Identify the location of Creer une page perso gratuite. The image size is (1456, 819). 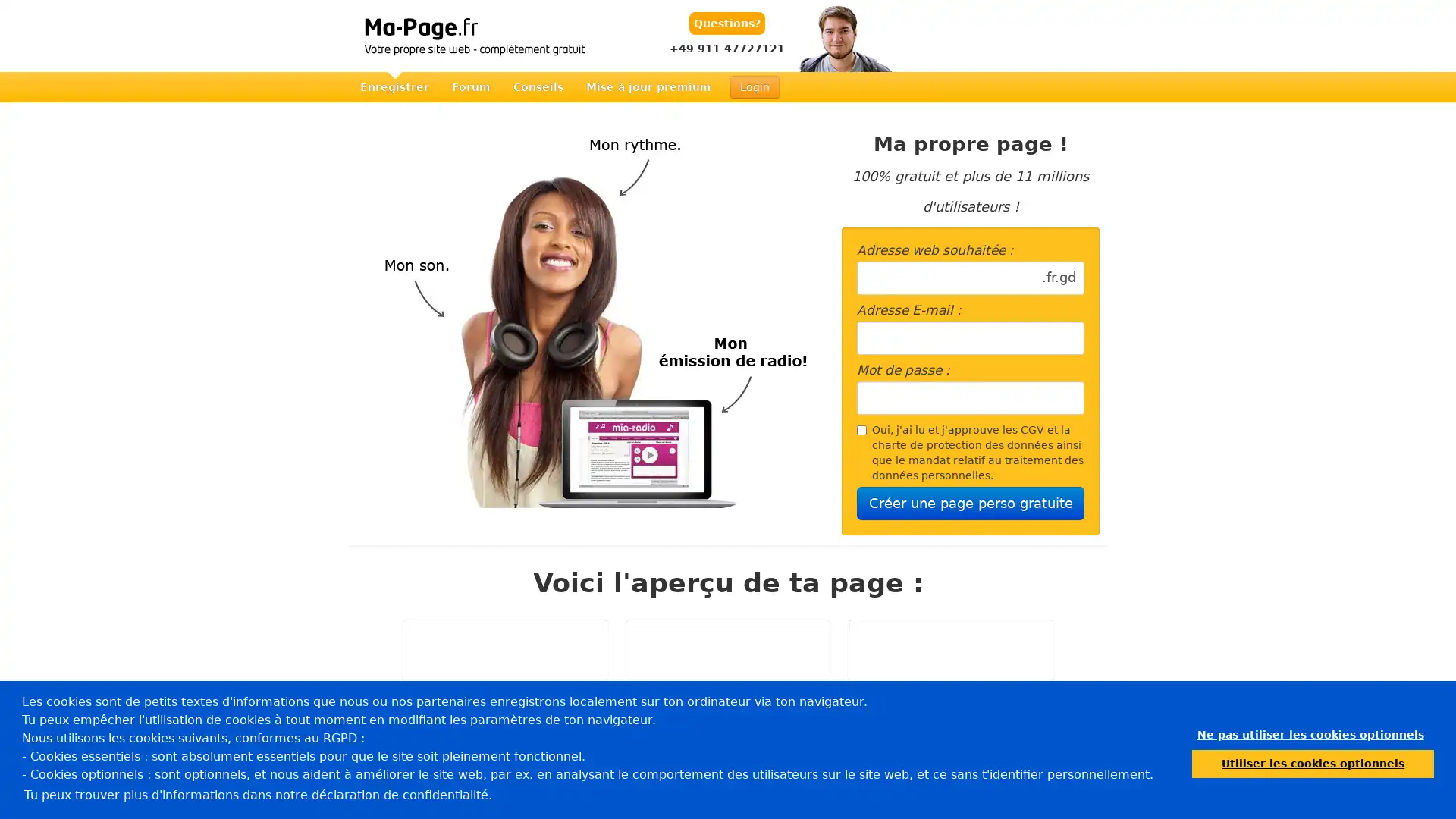
(971, 503).